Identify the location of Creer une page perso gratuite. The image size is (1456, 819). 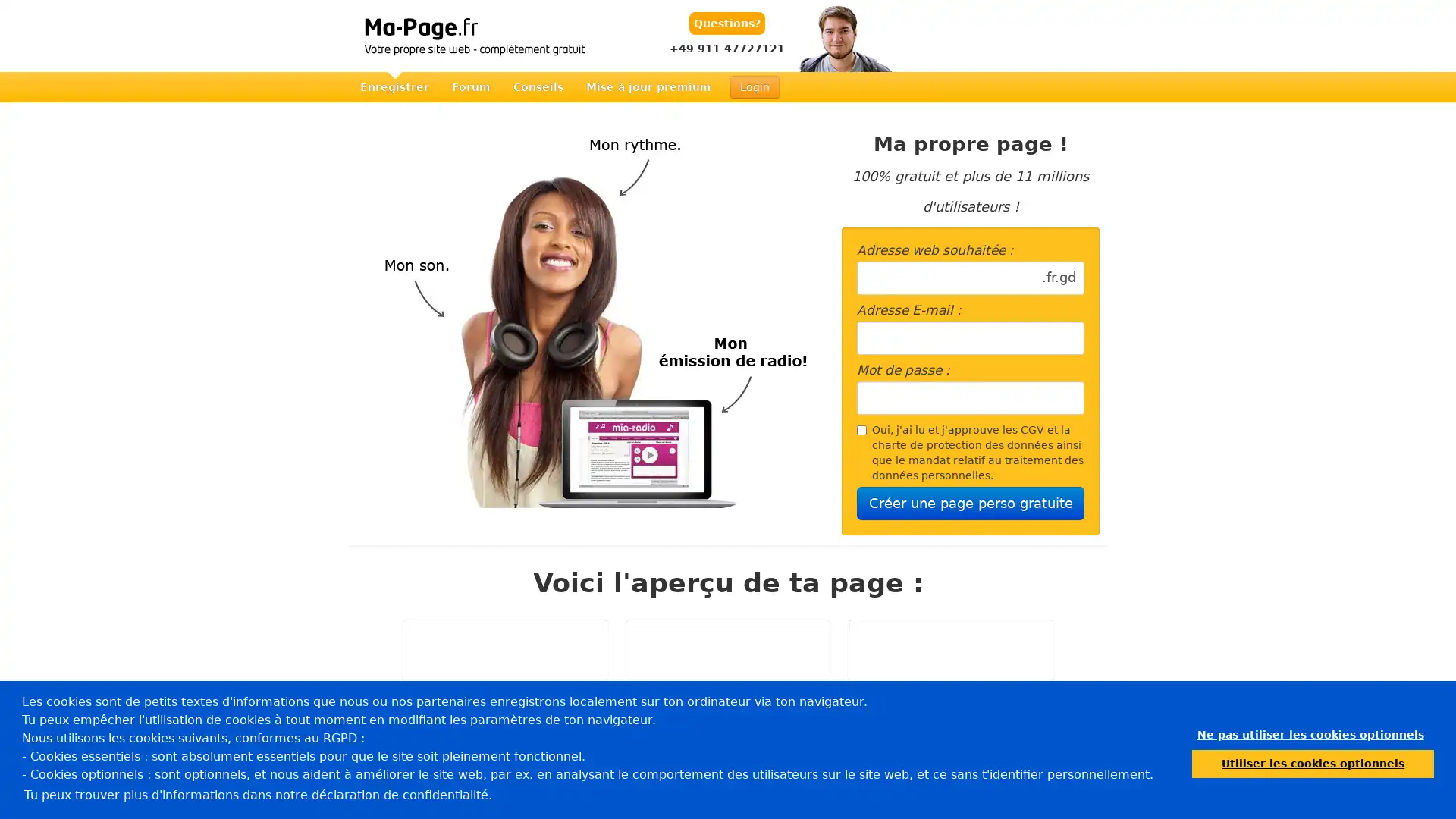
(971, 503).